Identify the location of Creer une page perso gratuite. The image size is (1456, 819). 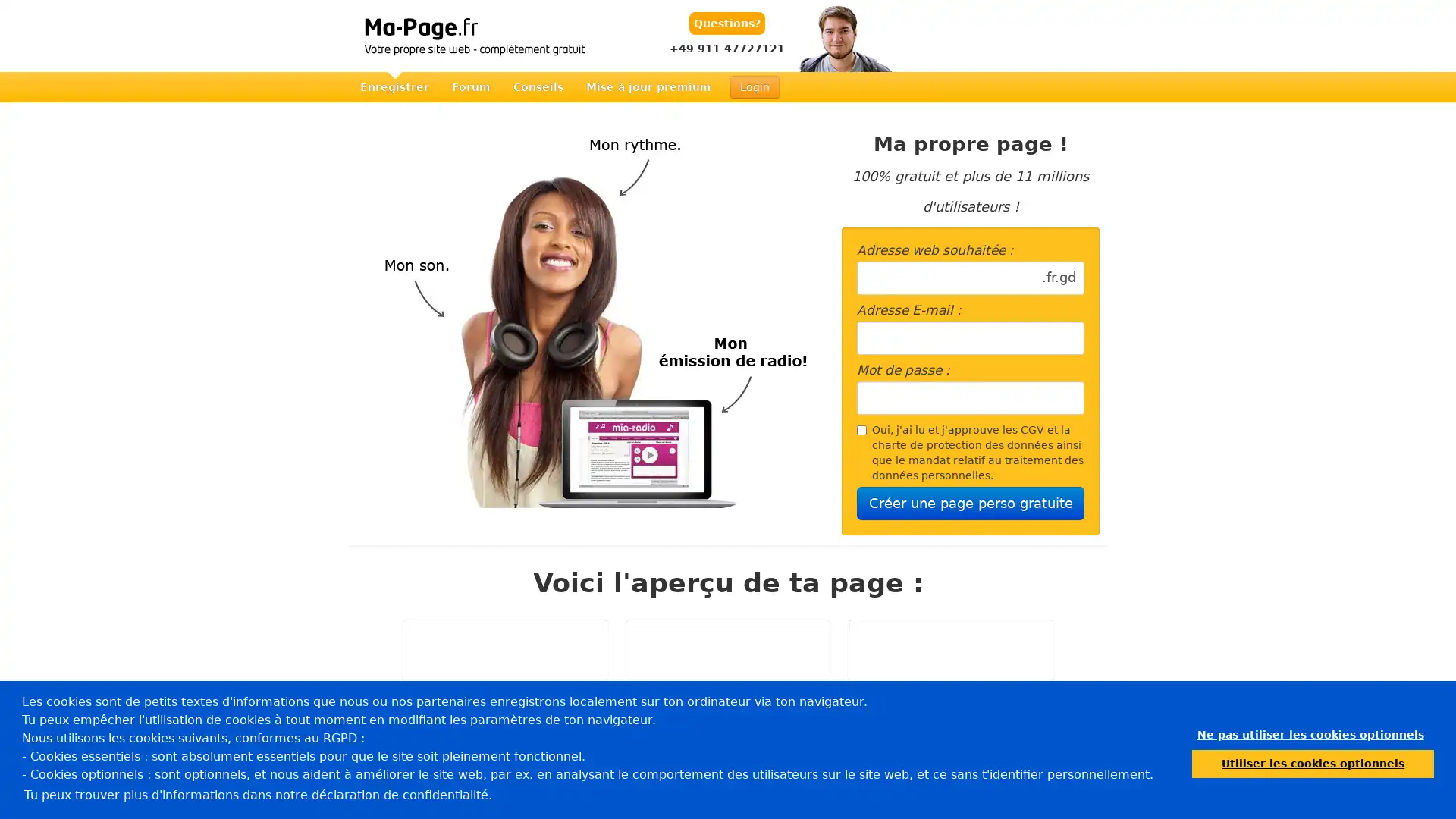
(971, 503).